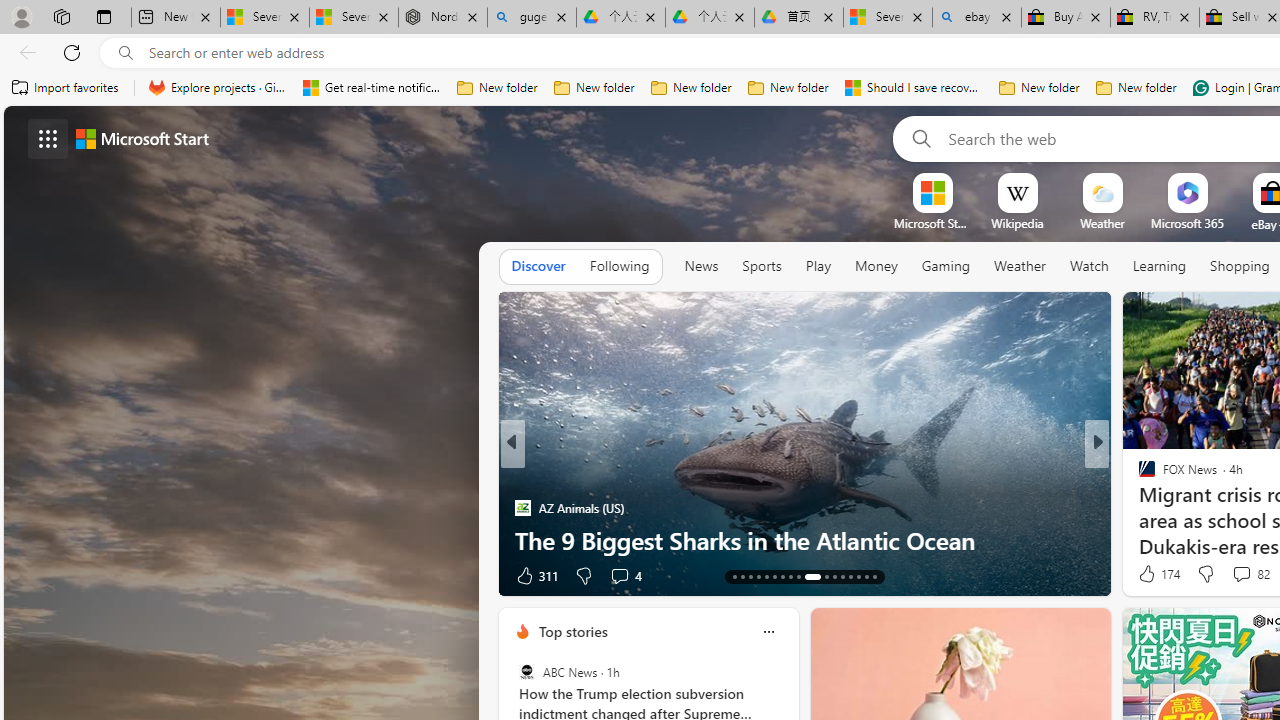  What do you see at coordinates (1064, 17) in the screenshot?
I see `'Buy Auto Parts & Accessories | eBay'` at bounding box center [1064, 17].